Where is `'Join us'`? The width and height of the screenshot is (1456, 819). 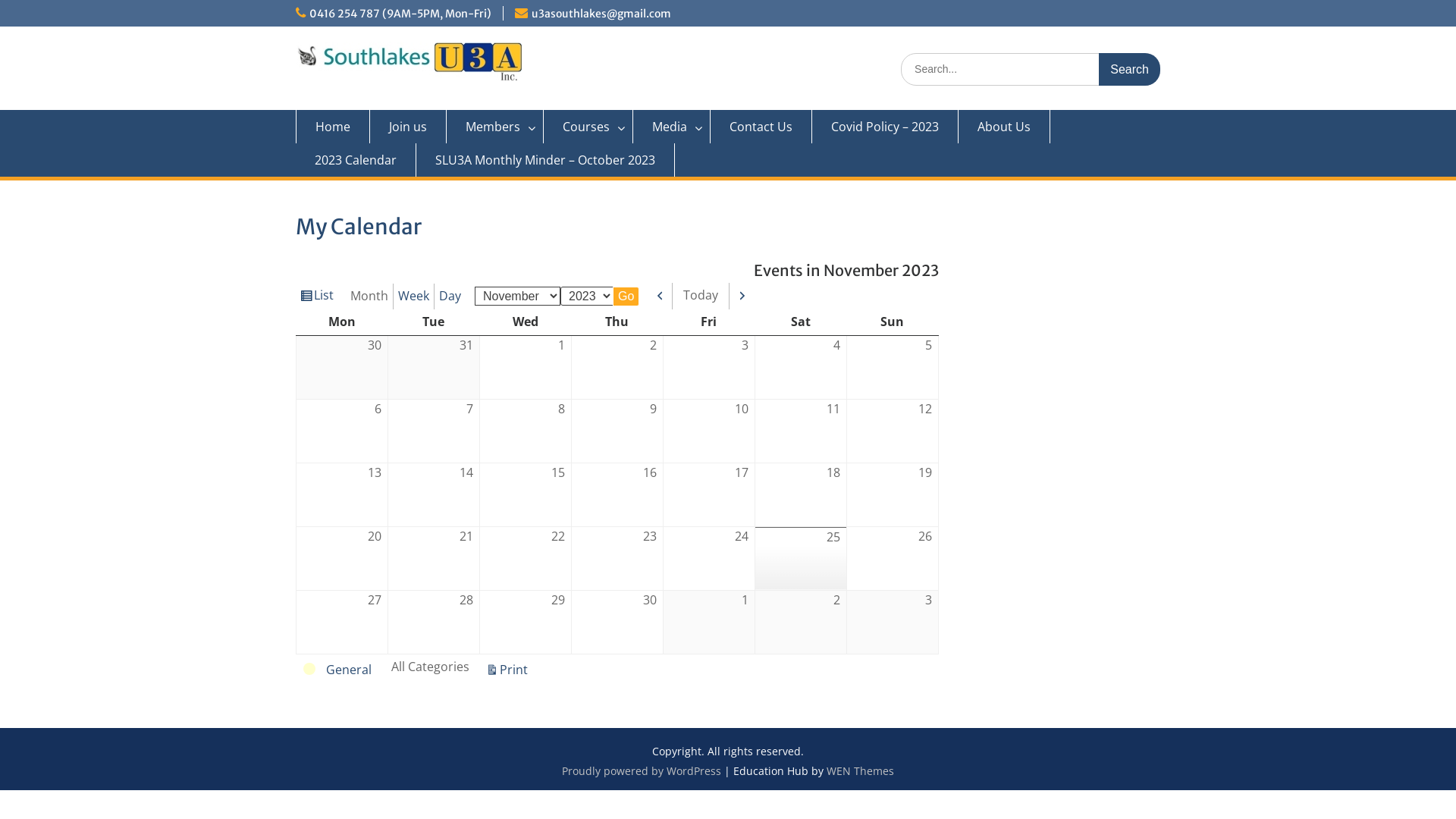 'Join us' is located at coordinates (370, 125).